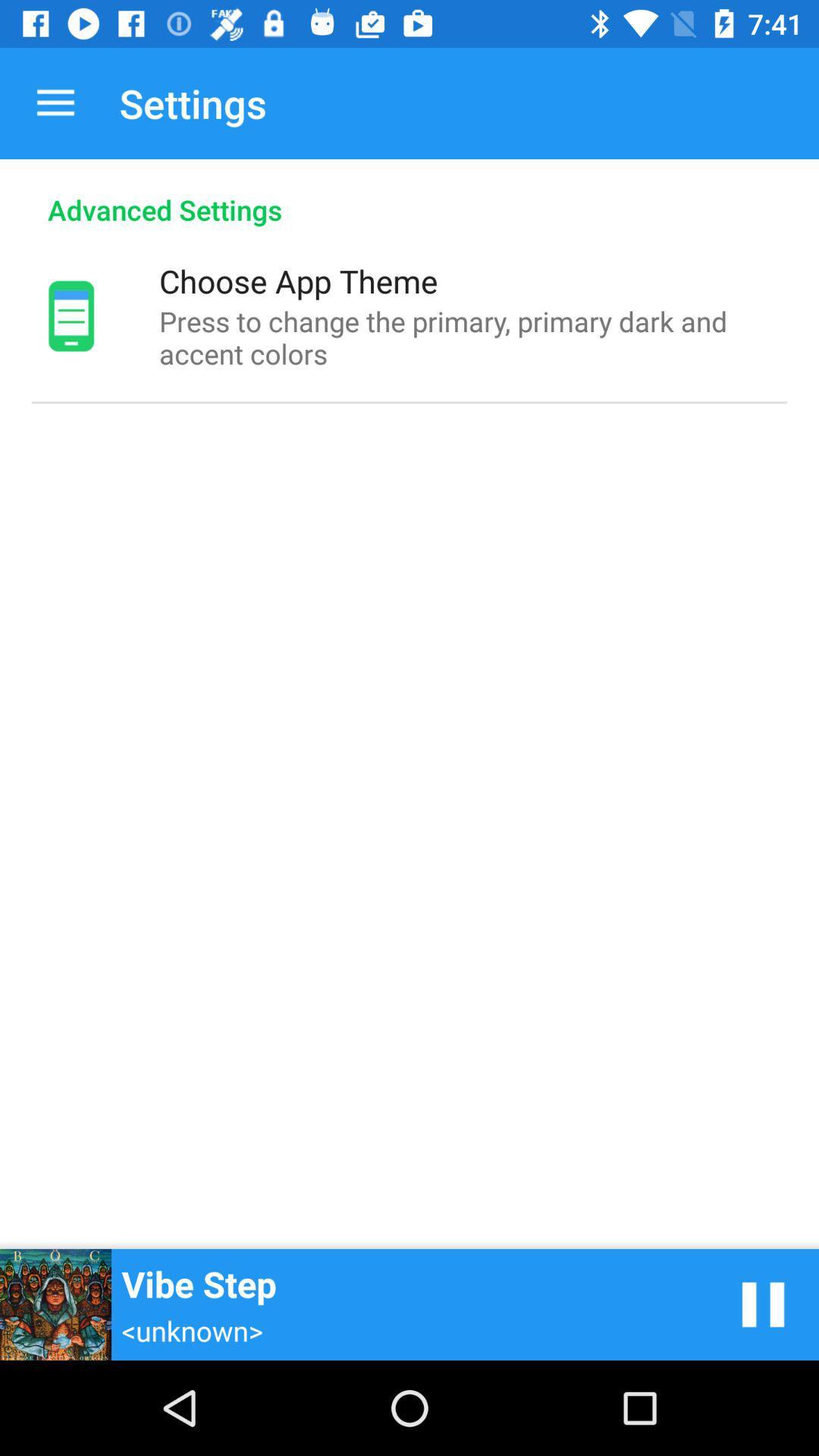  I want to click on pause song, so click(763, 1304).